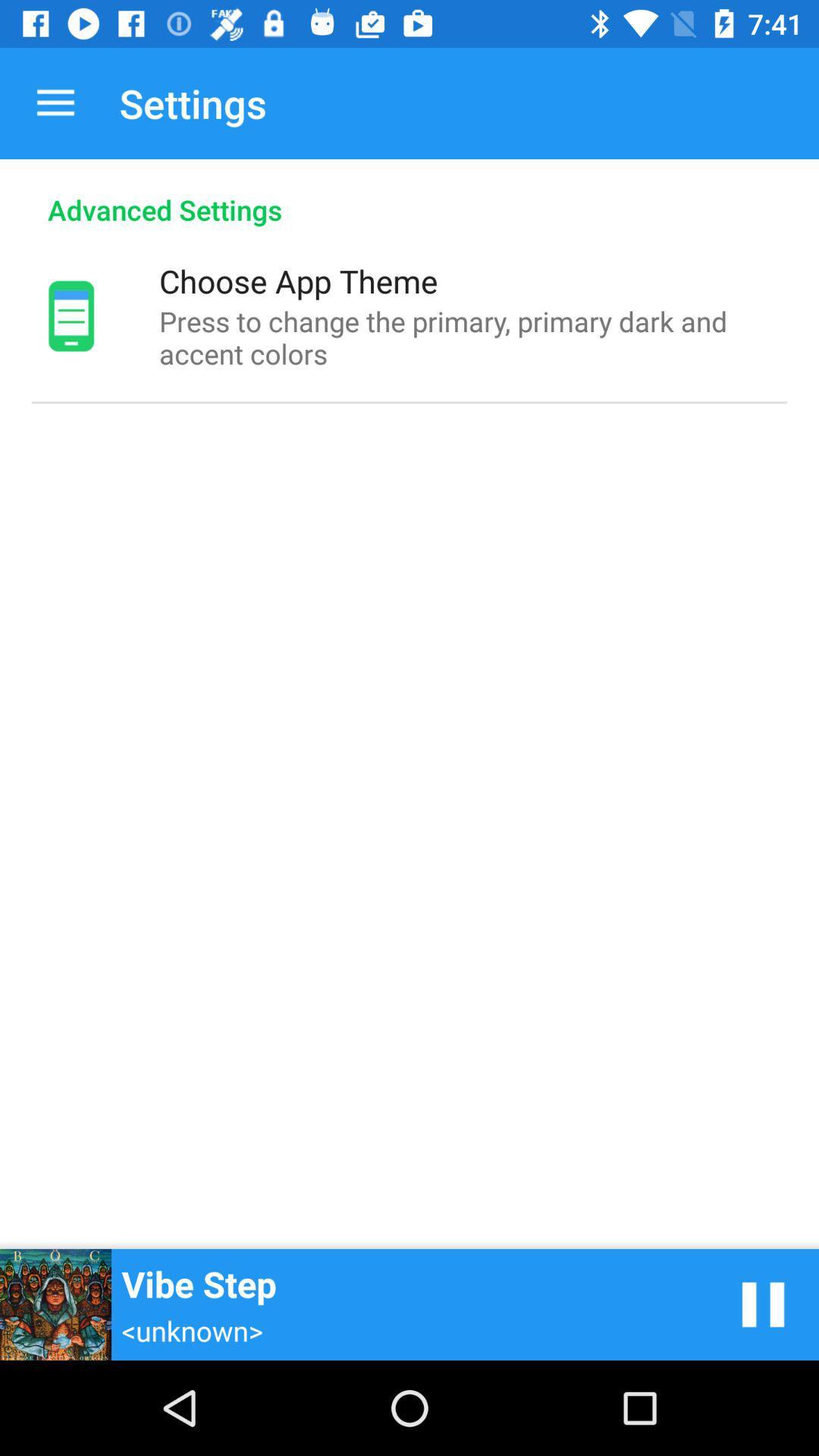  I want to click on pause song, so click(763, 1304).